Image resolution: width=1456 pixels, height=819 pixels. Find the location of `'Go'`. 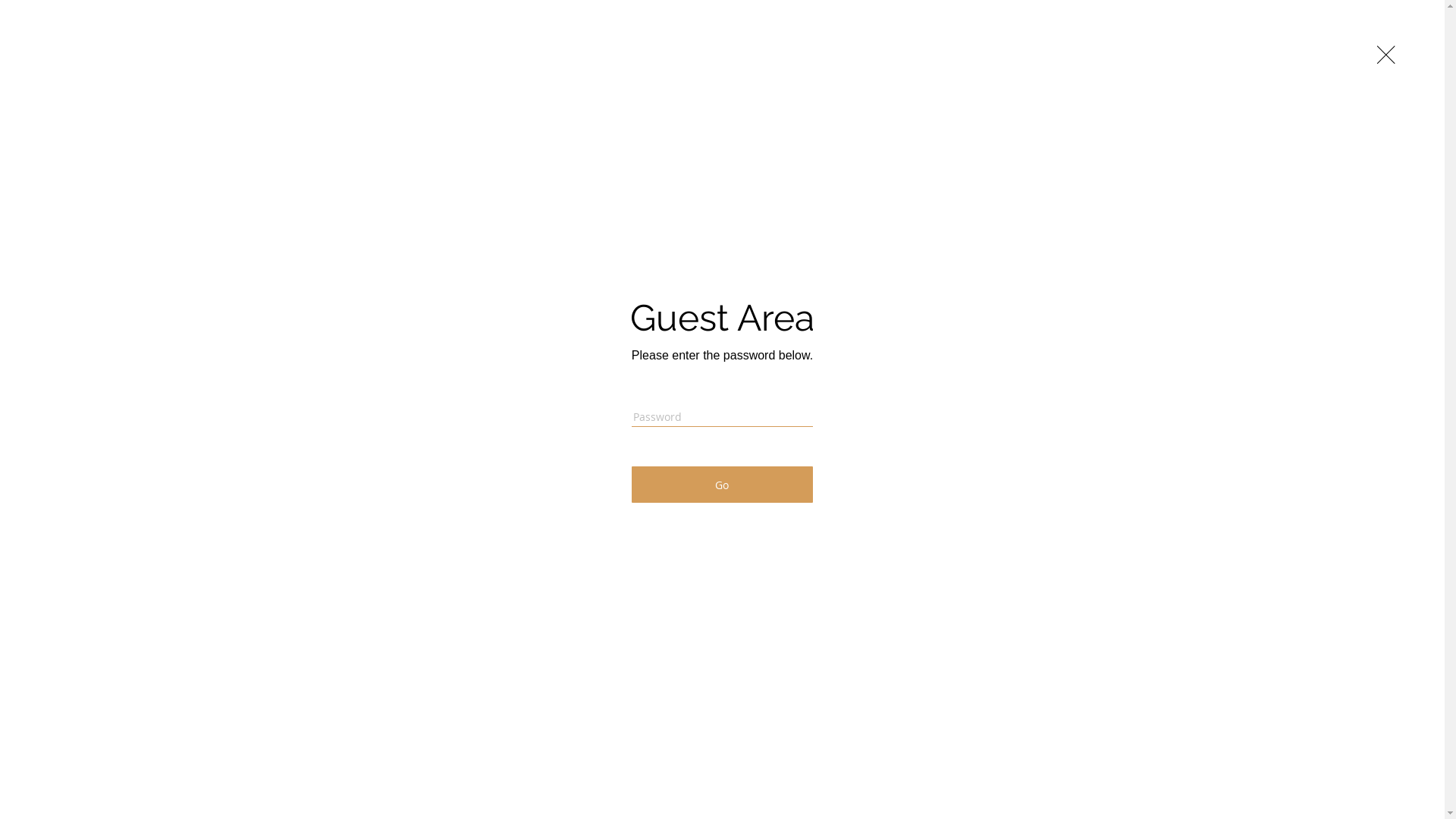

'Go' is located at coordinates (721, 485).